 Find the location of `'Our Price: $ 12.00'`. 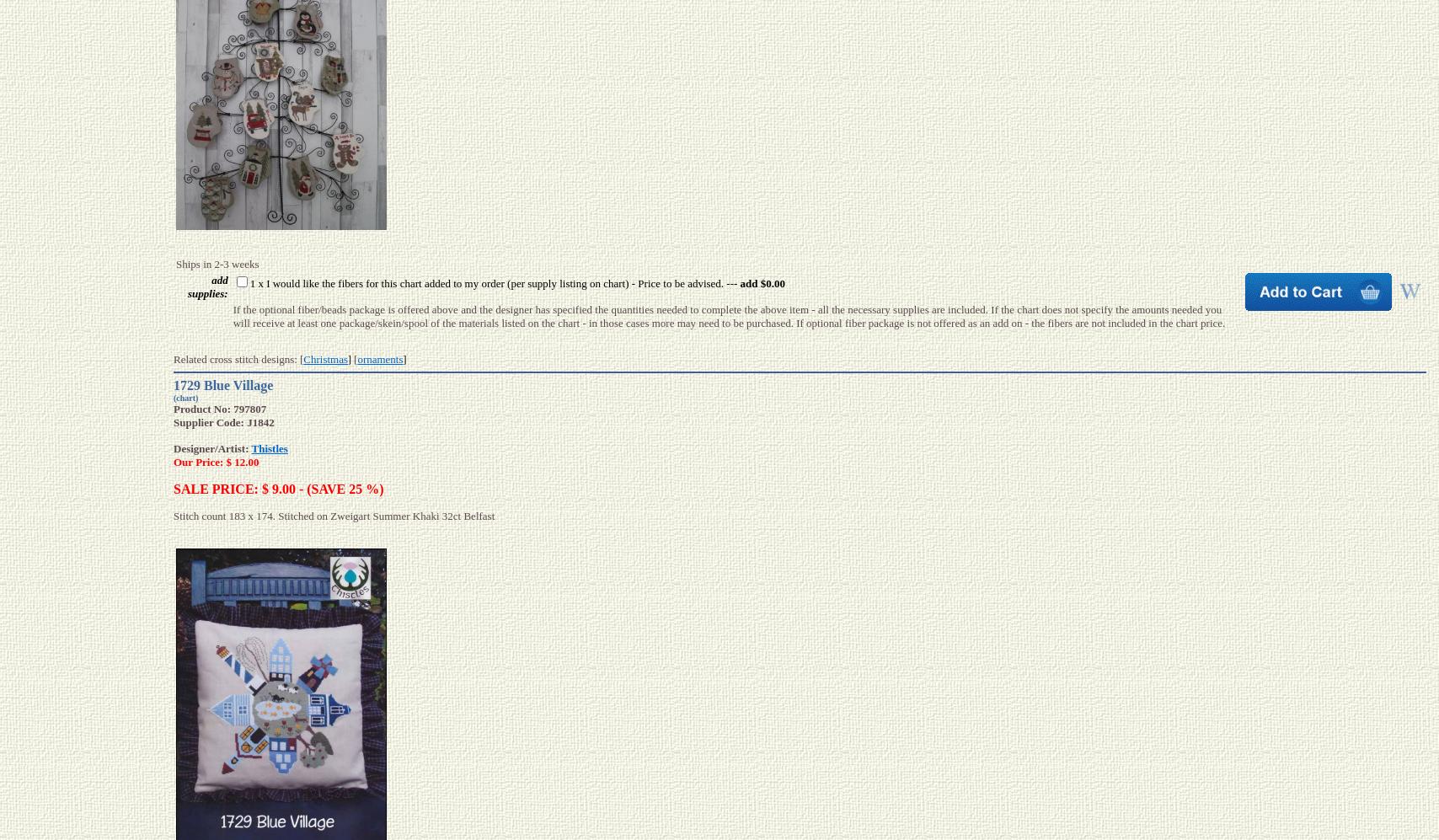

'Our Price: $ 12.00' is located at coordinates (216, 462).